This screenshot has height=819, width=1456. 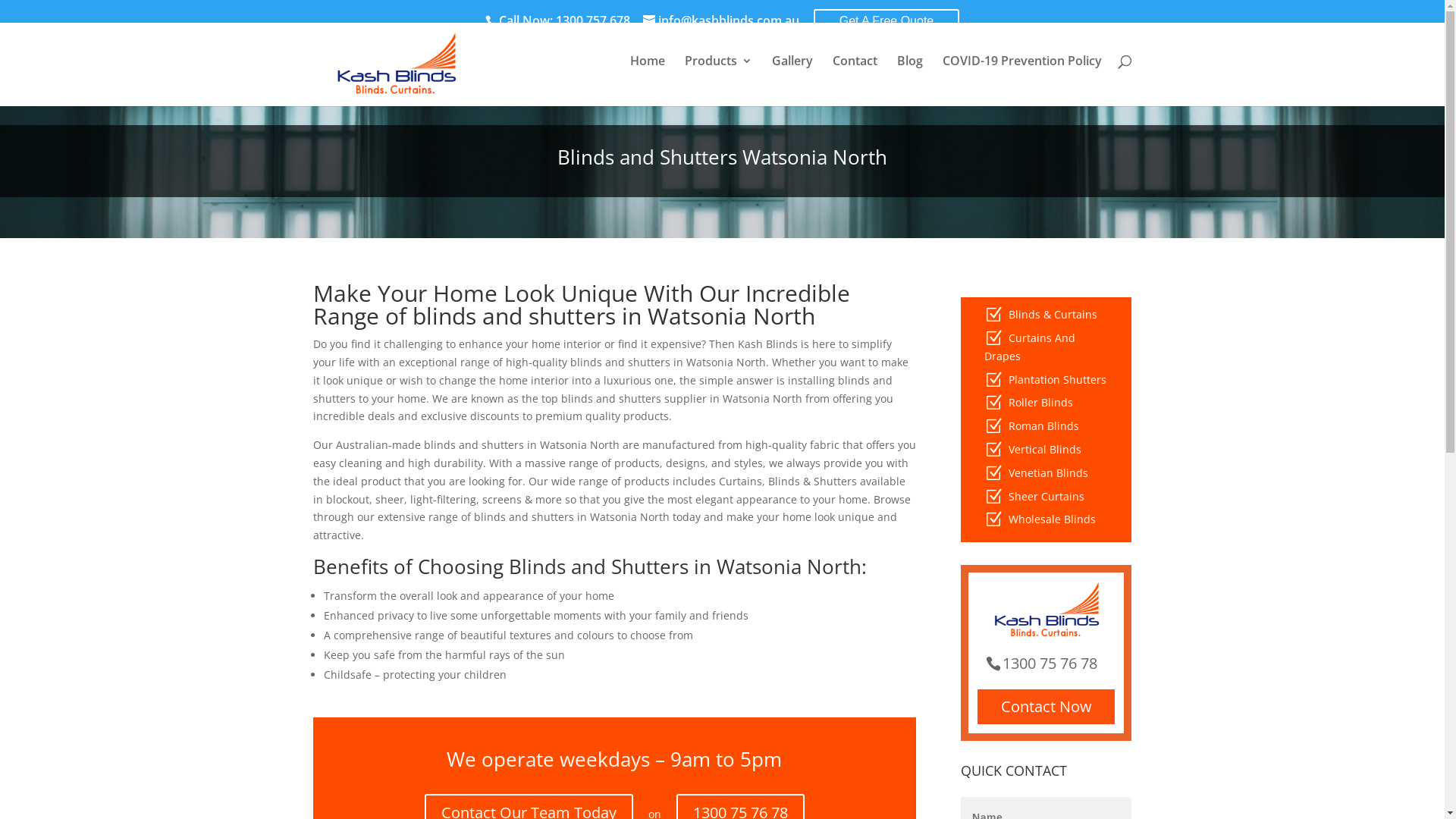 I want to click on 'Contact', so click(x=855, y=73).